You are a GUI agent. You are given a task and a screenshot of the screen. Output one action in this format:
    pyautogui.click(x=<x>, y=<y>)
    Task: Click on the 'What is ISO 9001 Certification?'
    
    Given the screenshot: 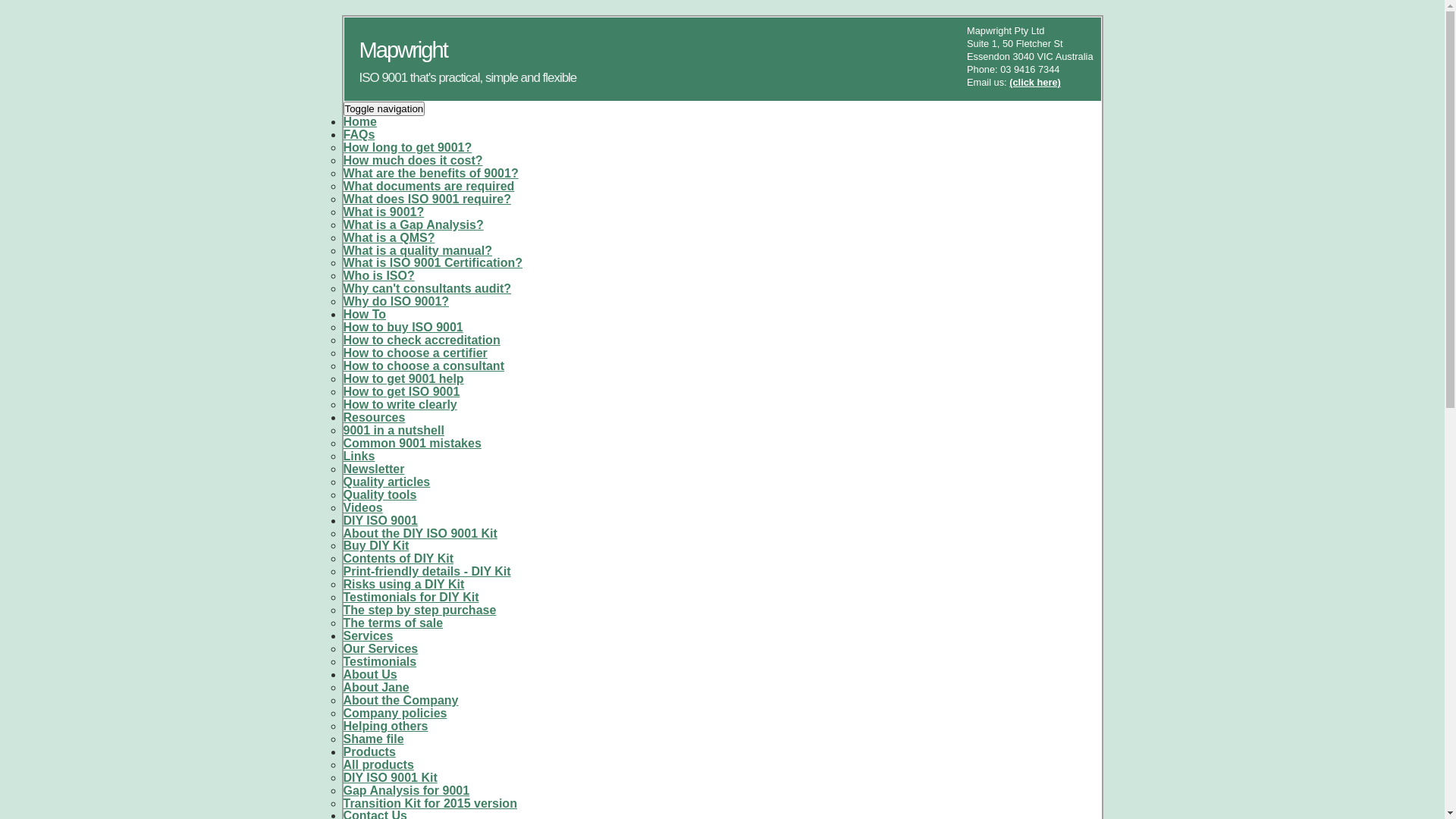 What is the action you would take?
    pyautogui.click(x=431, y=262)
    